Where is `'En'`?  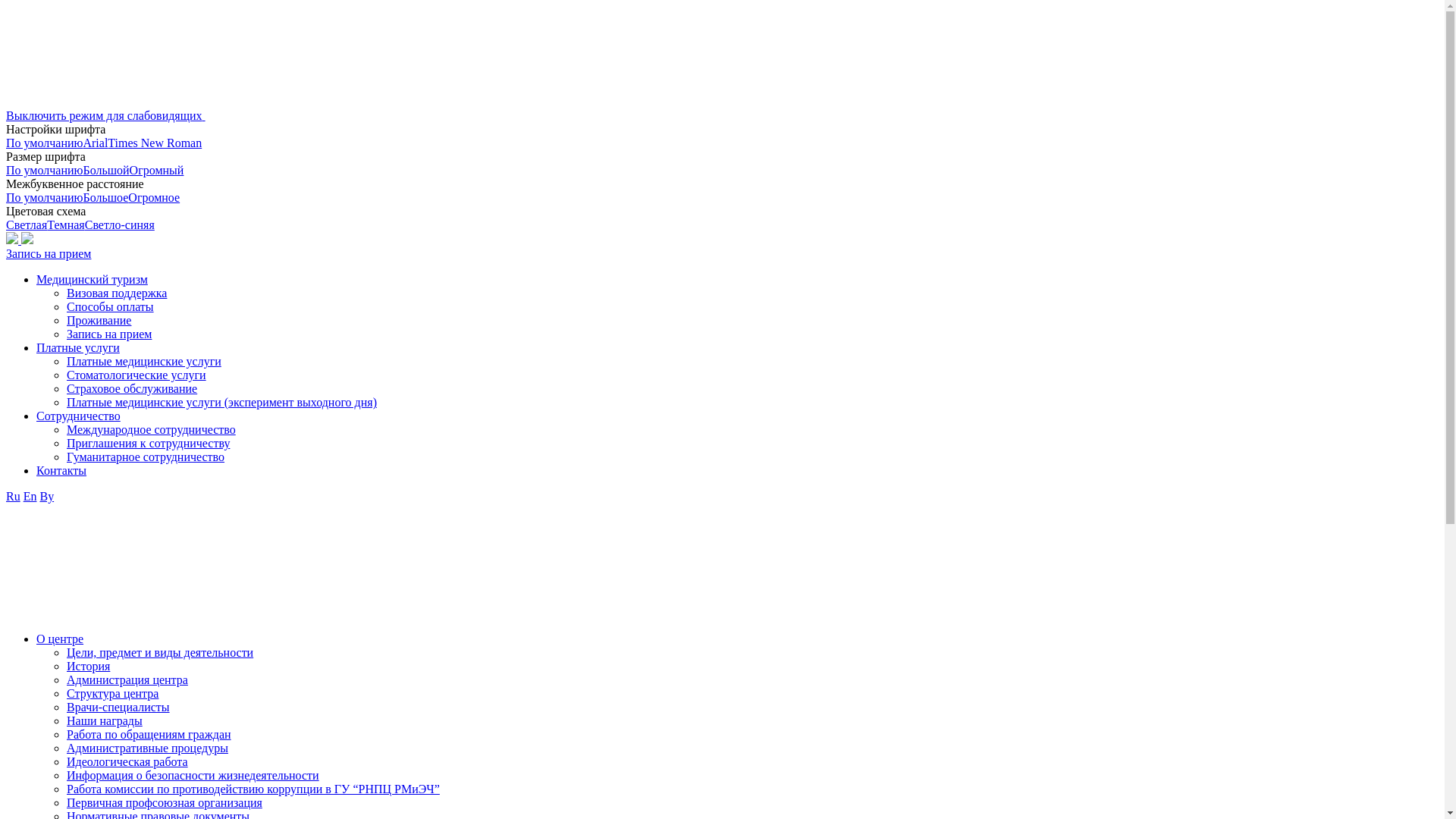
'En' is located at coordinates (30, 496).